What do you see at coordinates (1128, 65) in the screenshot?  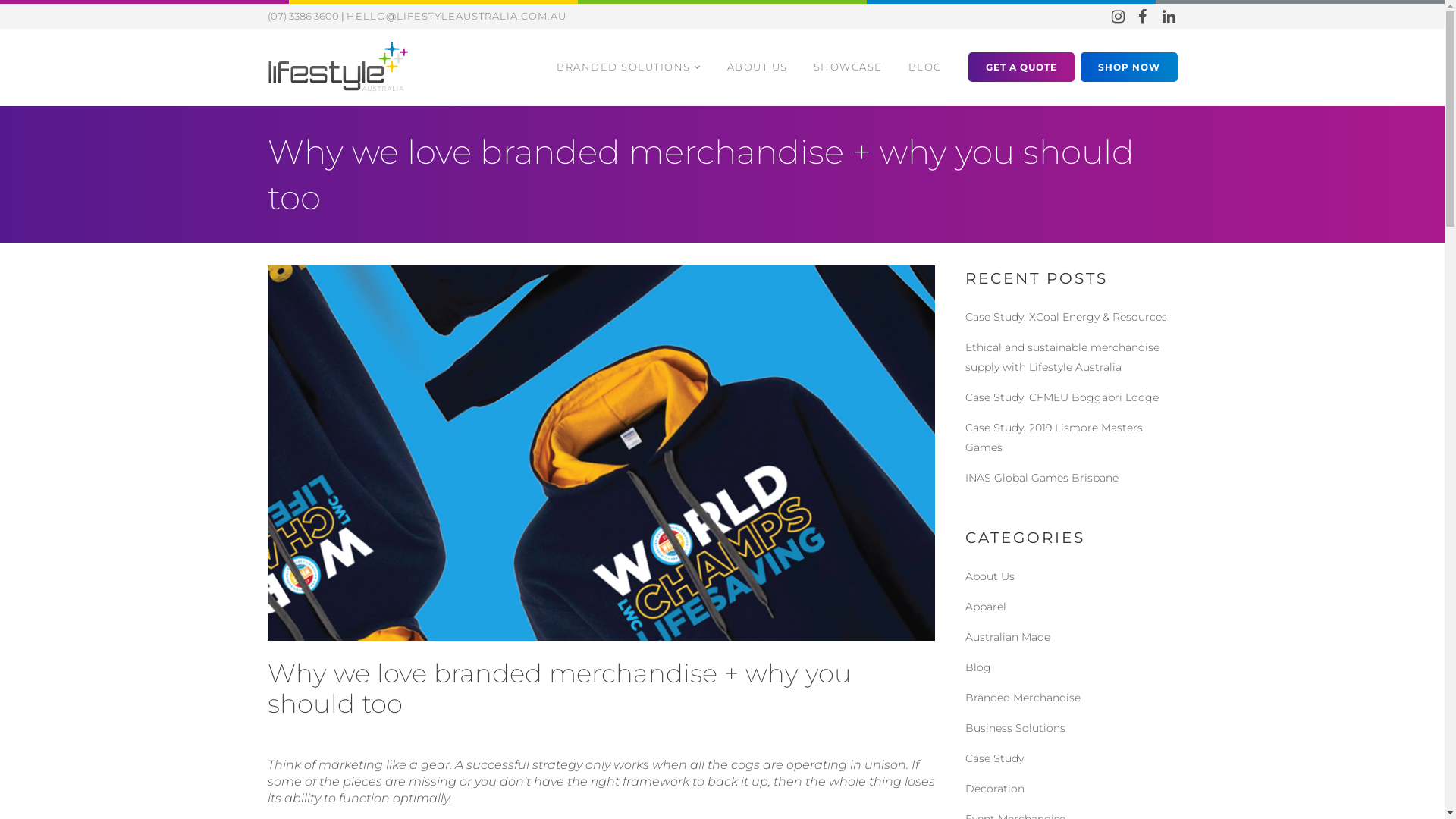 I see `'SHOP NOW'` at bounding box center [1128, 65].